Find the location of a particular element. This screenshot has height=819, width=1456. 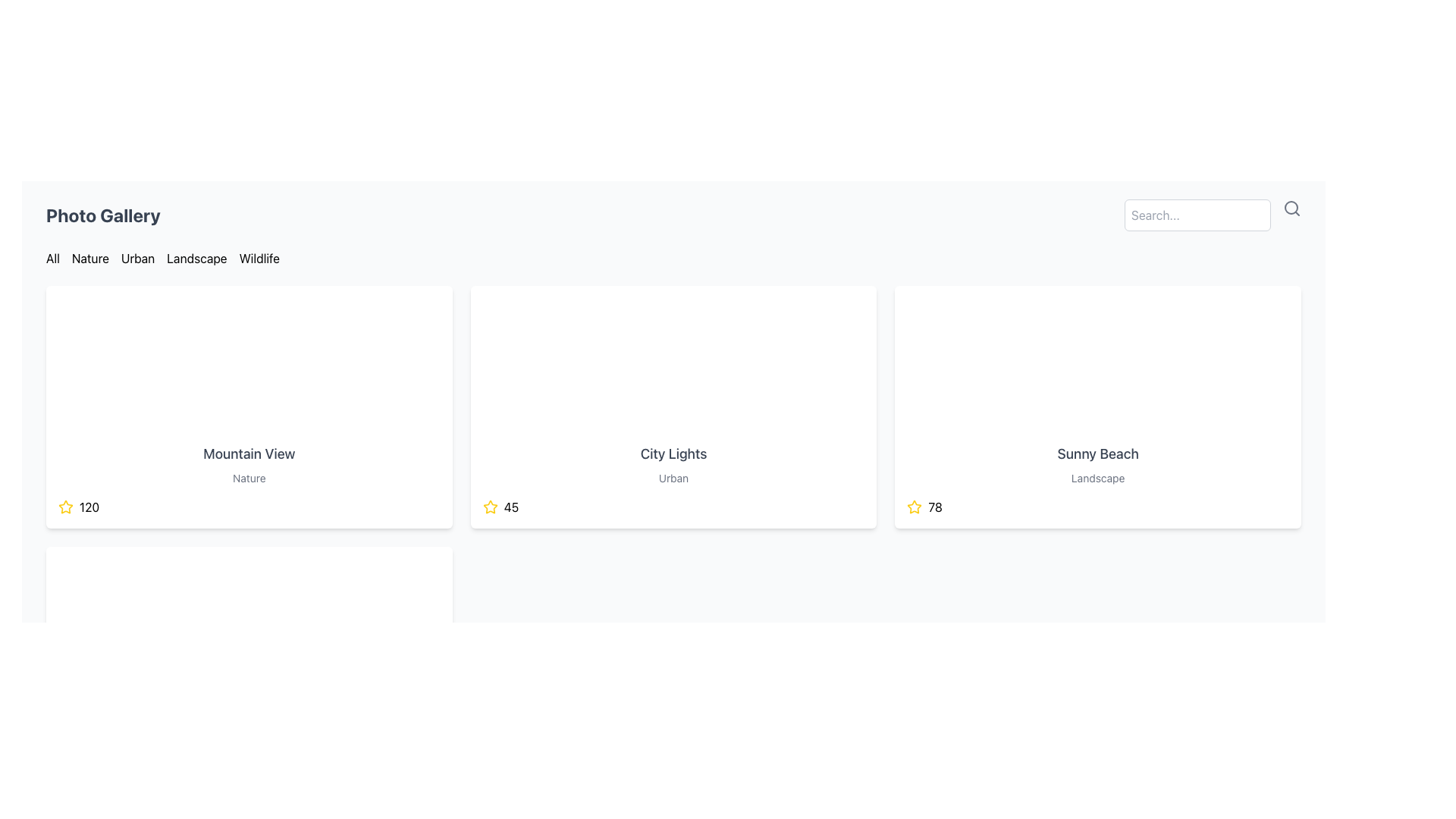

the first card component is located at coordinates (248, 406).